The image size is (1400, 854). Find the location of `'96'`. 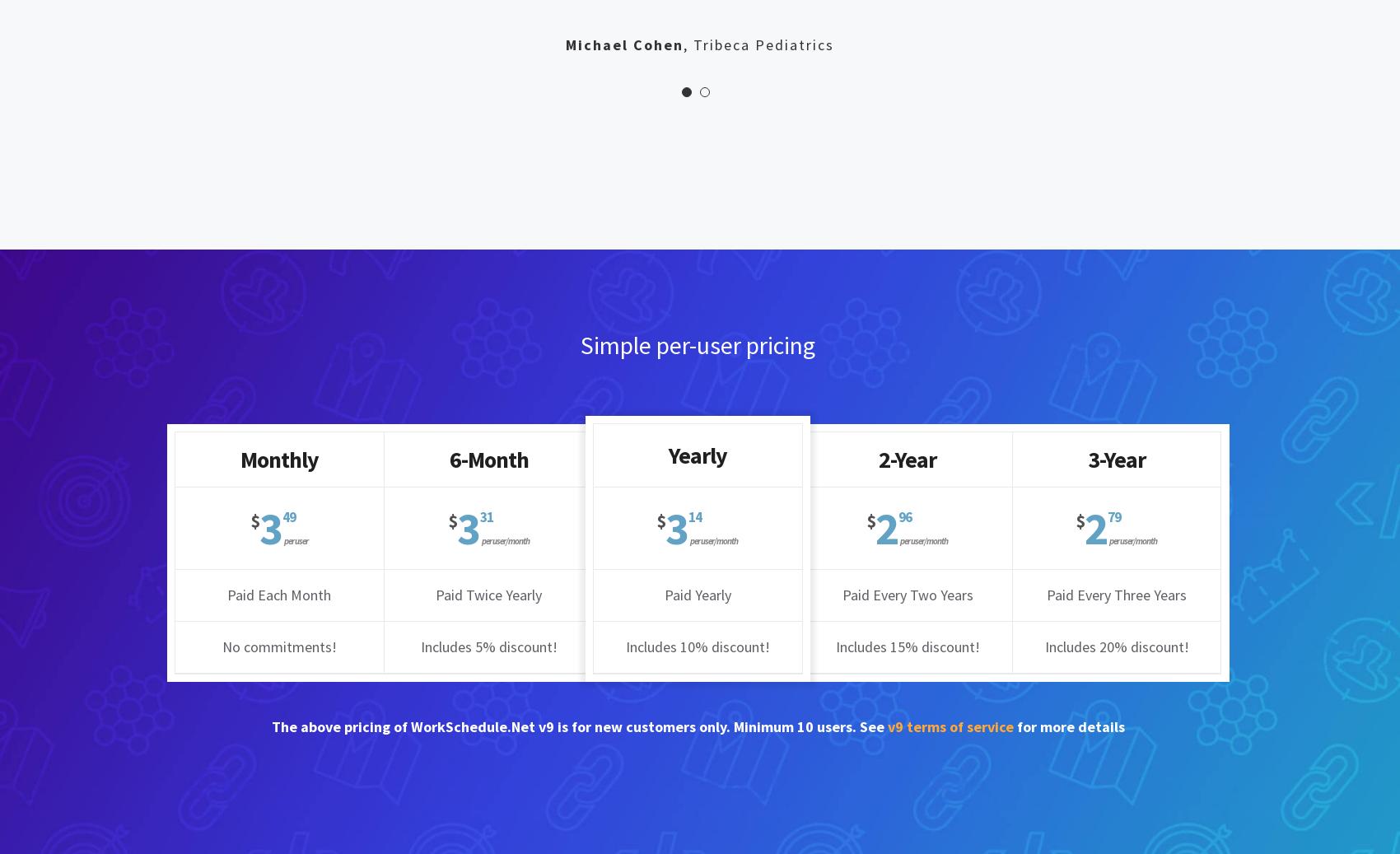

'96' is located at coordinates (898, 517).